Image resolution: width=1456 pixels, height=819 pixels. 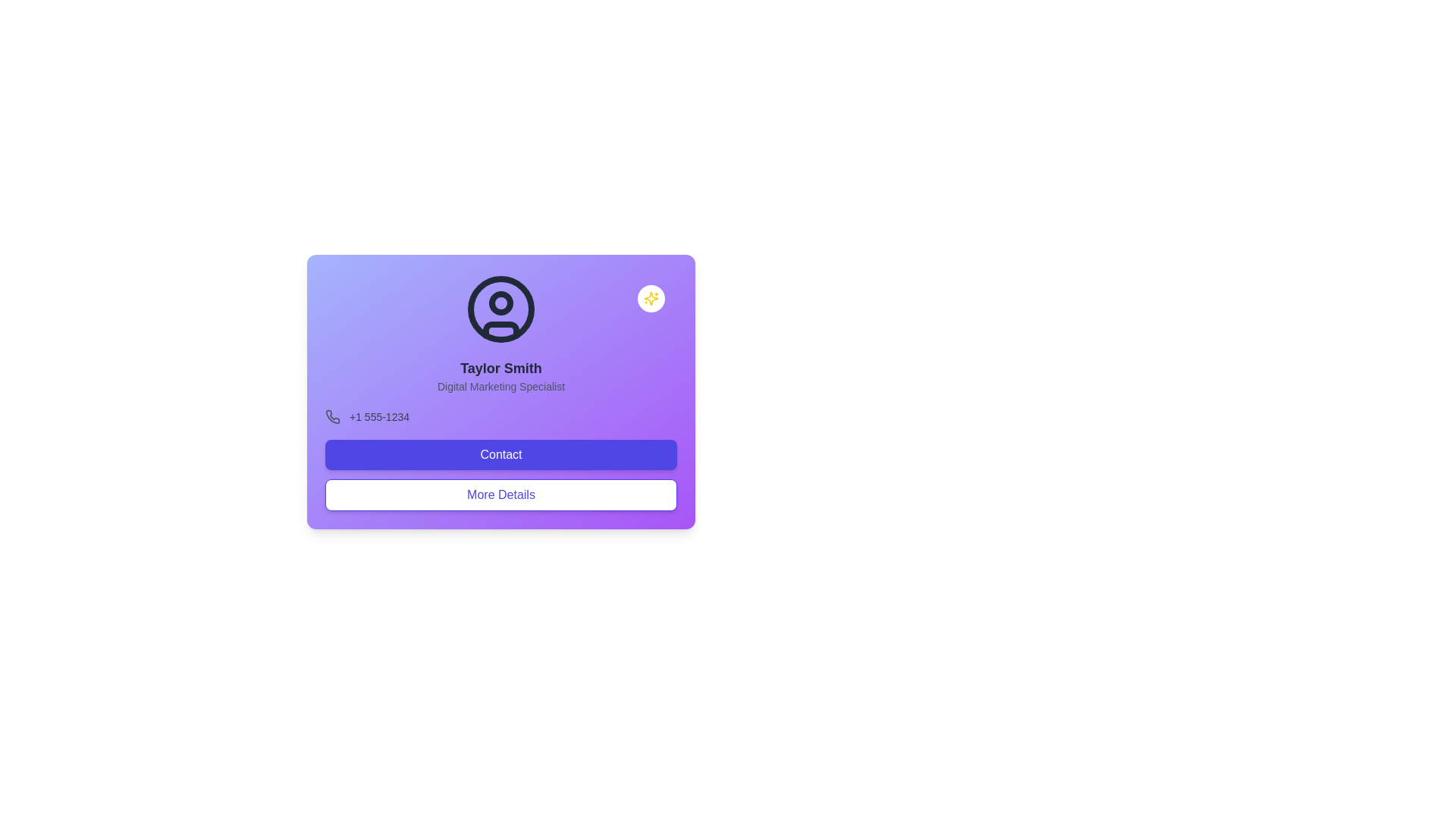 I want to click on the decorative lower body element of the user profile icon to trigger visual effects, so click(x=501, y=329).